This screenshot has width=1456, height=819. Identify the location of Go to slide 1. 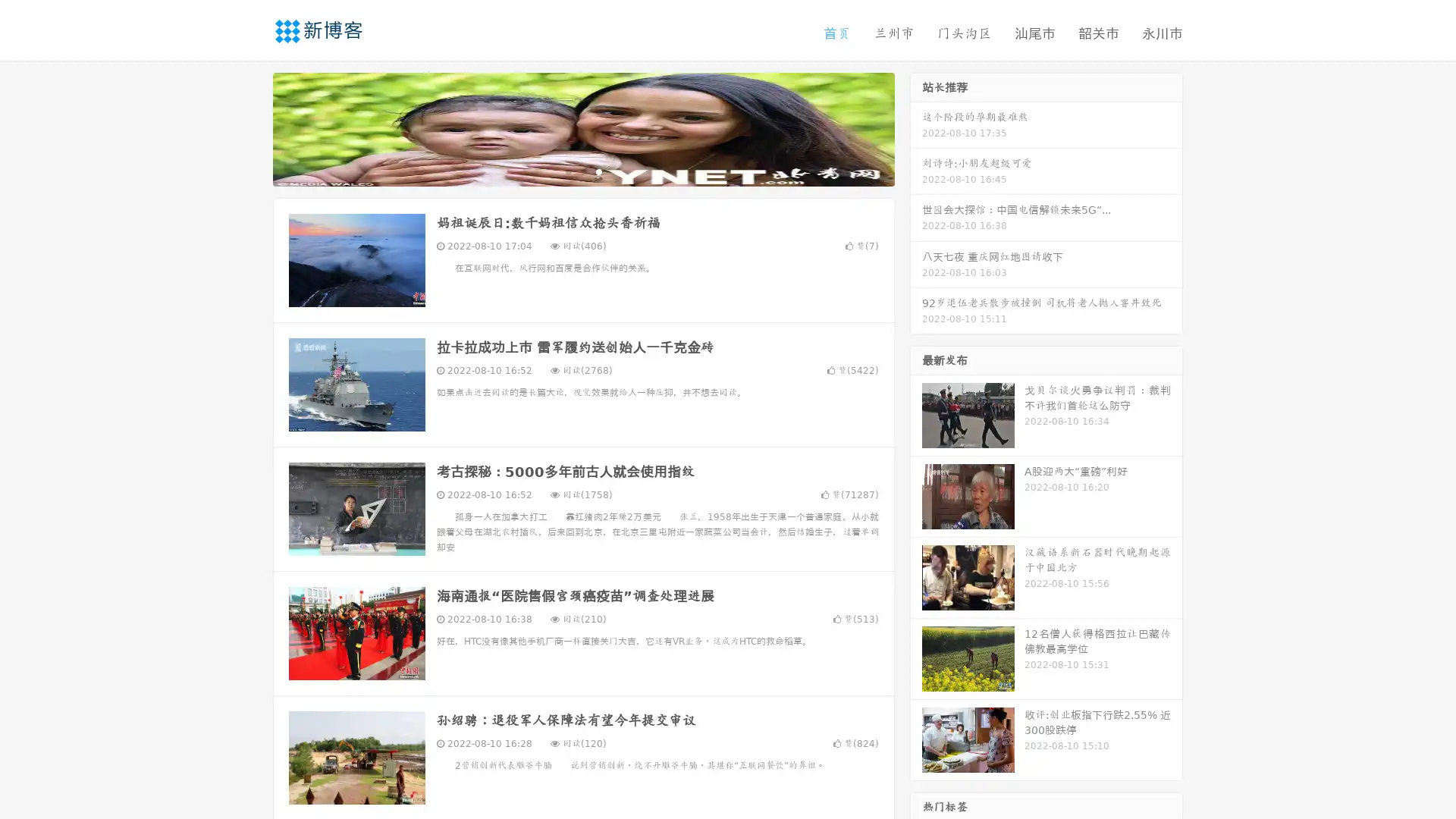
(567, 171).